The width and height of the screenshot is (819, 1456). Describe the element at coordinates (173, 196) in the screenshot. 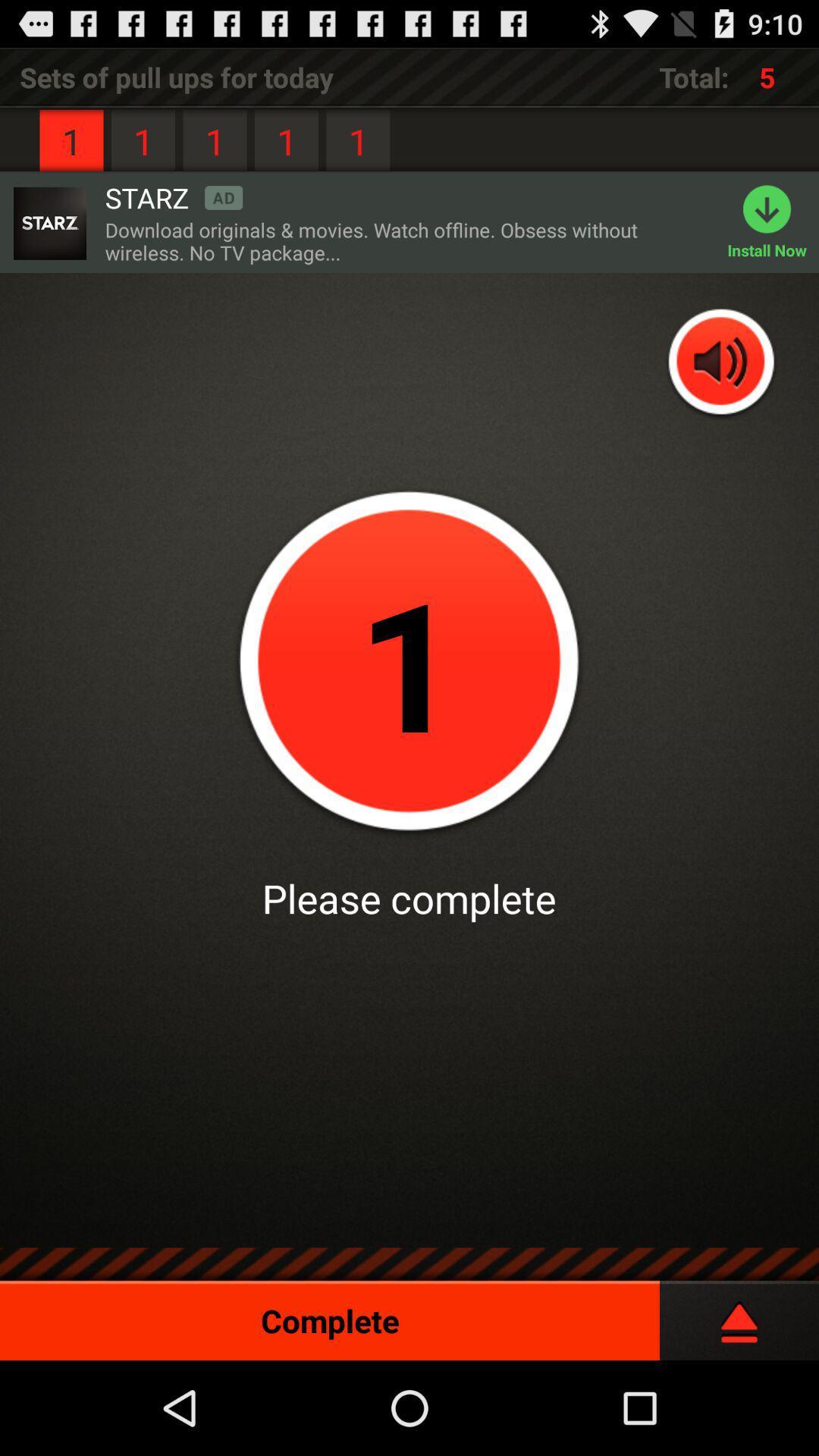

I see `the app next to the 1 item` at that location.